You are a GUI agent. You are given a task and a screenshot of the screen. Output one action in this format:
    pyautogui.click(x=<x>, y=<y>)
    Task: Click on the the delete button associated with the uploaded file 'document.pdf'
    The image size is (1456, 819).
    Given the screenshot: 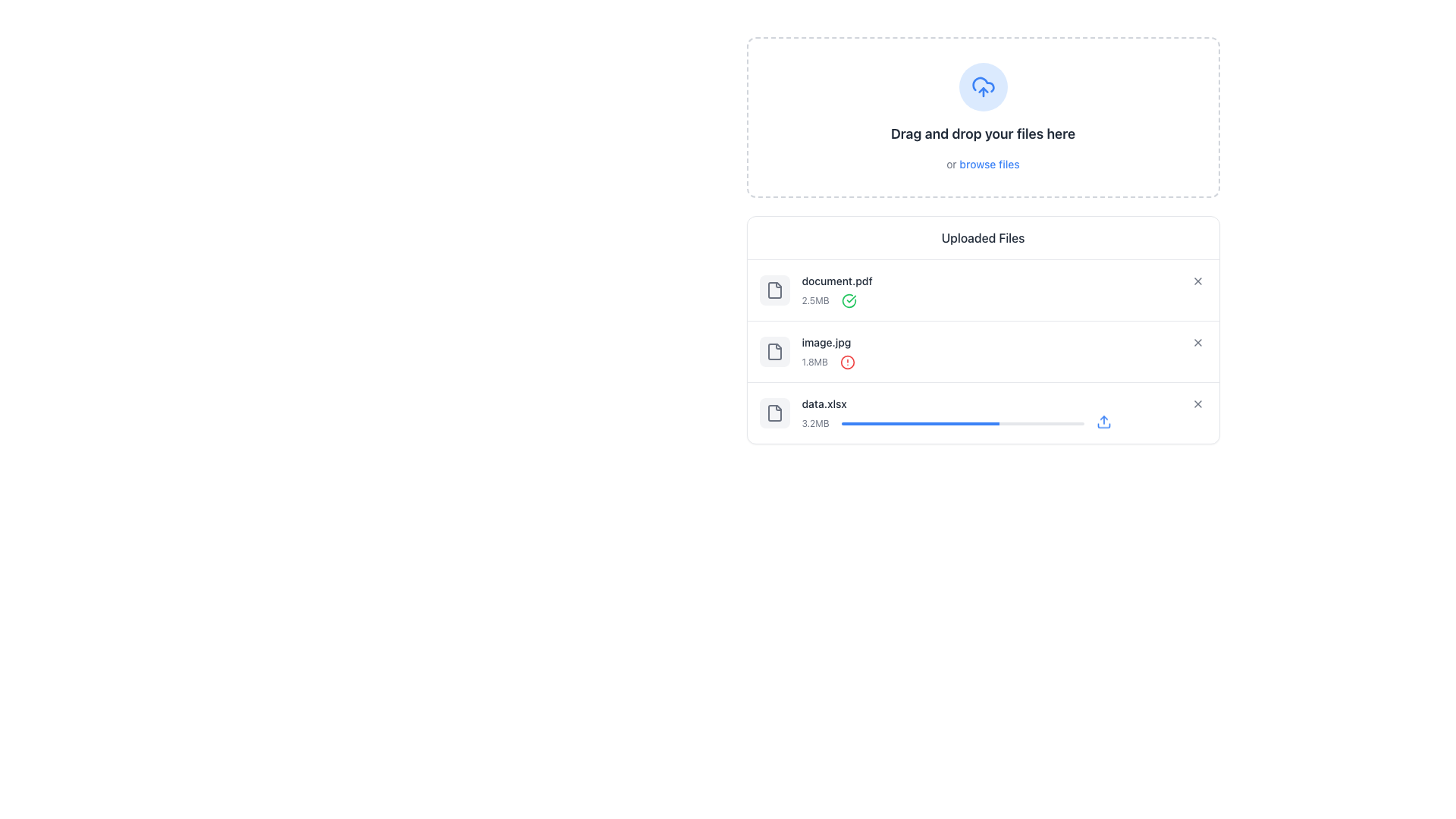 What is the action you would take?
    pyautogui.click(x=983, y=290)
    